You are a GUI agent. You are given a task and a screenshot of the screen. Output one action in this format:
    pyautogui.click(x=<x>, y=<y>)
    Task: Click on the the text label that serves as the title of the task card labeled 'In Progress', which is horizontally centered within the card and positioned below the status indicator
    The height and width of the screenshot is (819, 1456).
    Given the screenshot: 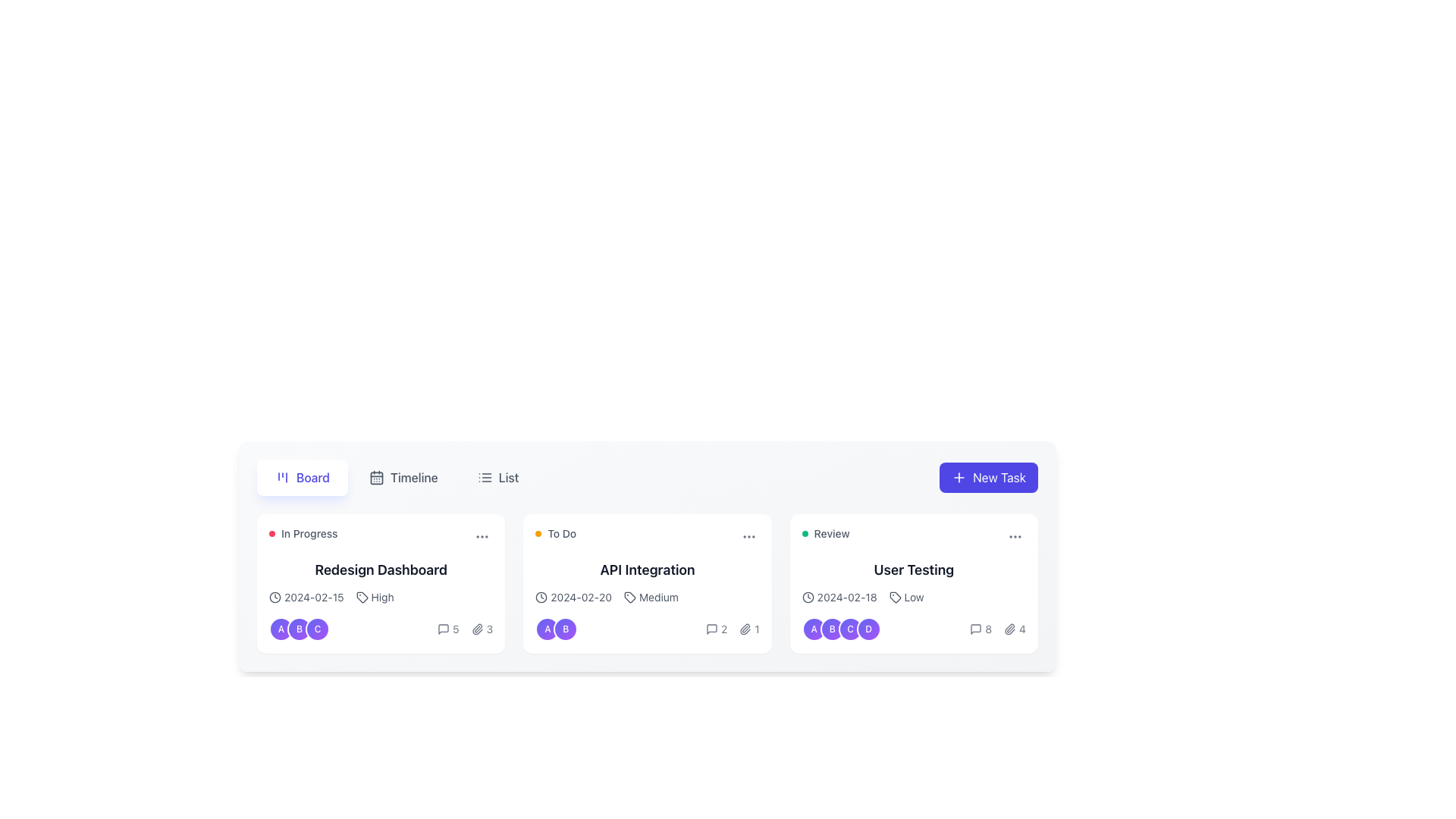 What is the action you would take?
    pyautogui.click(x=381, y=570)
    